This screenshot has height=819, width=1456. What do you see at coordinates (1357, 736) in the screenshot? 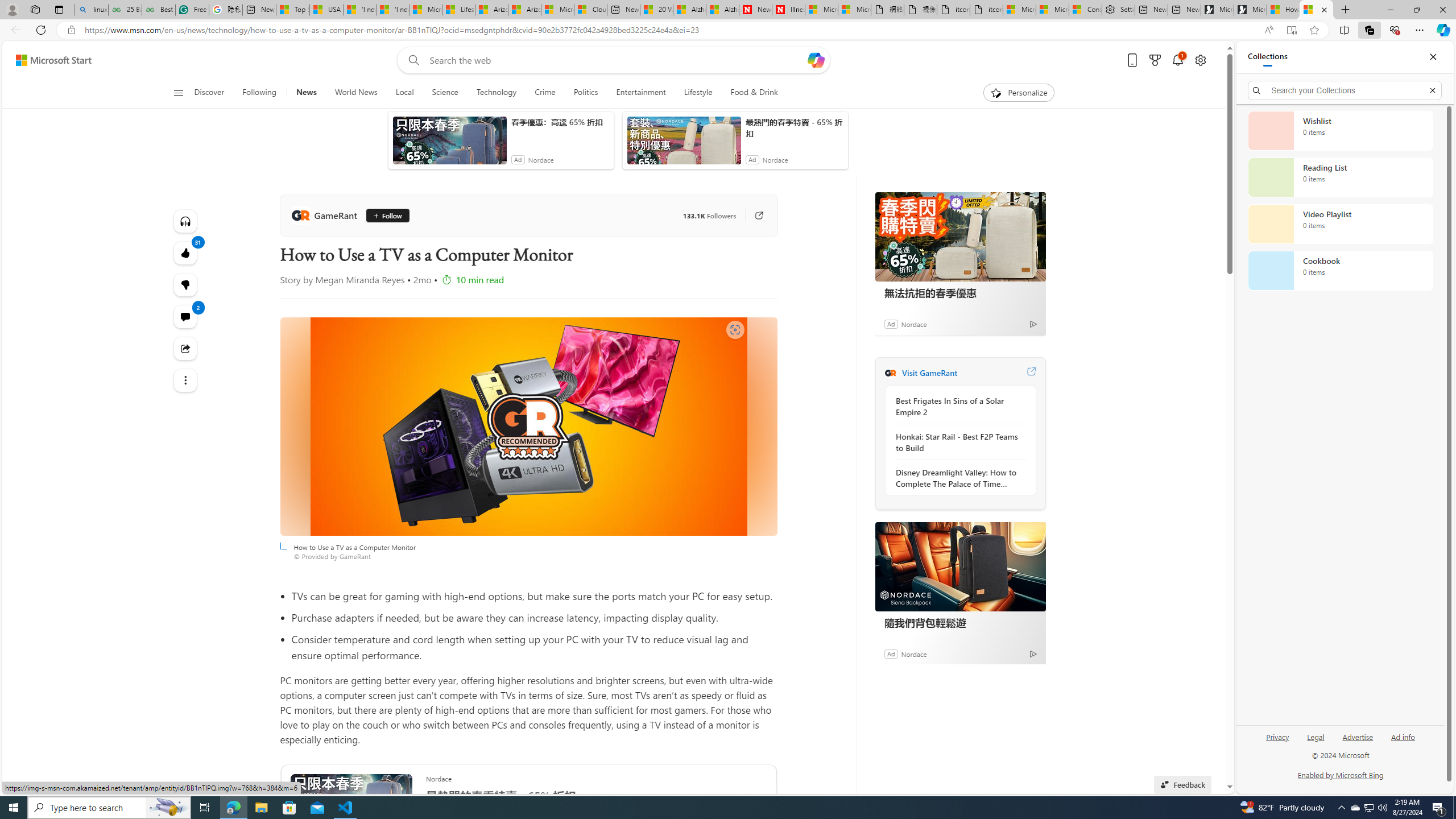
I see `'Advertise'` at bounding box center [1357, 736].